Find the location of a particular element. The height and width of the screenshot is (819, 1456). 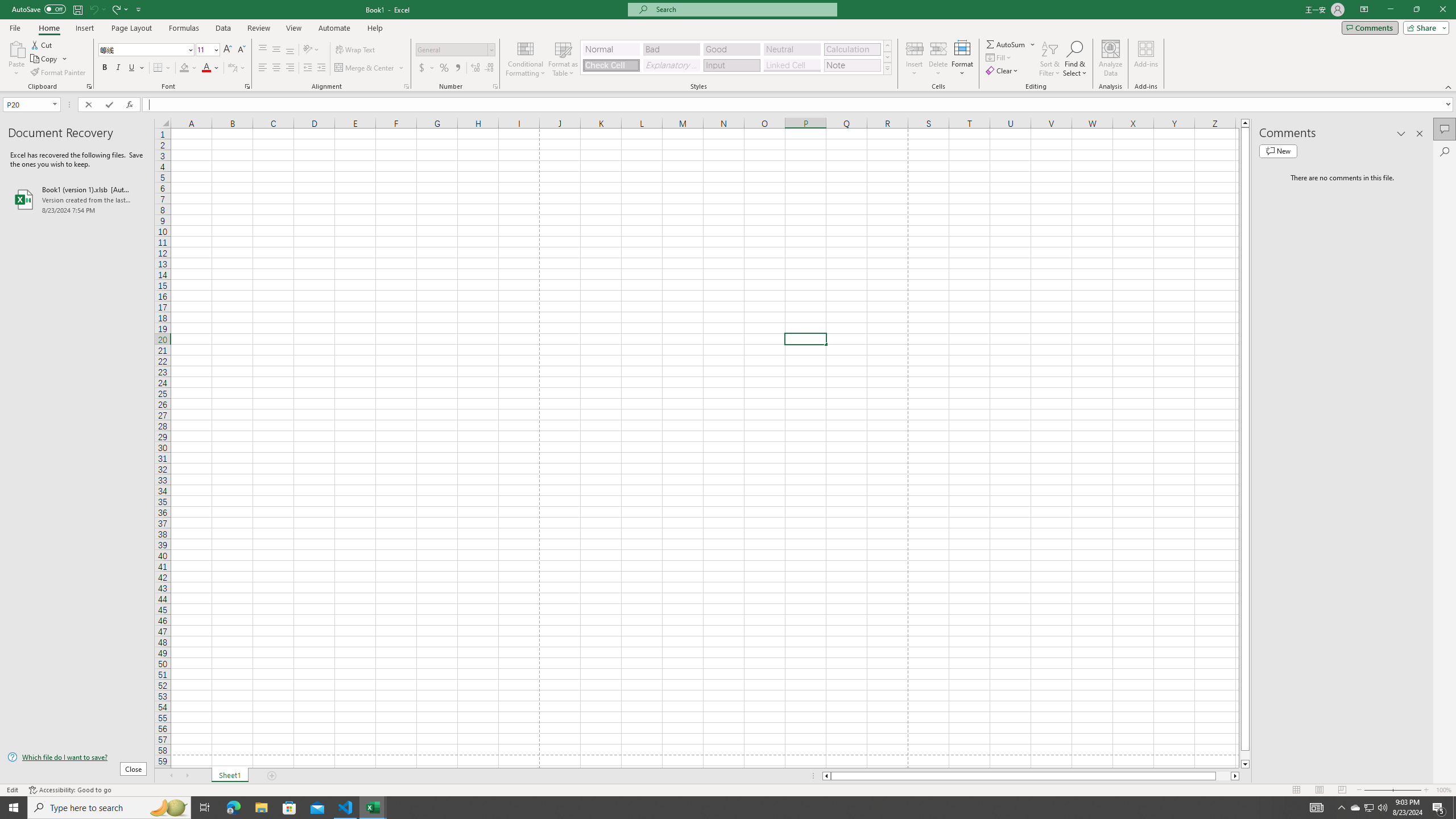

'Share' is located at coordinates (1423, 27).